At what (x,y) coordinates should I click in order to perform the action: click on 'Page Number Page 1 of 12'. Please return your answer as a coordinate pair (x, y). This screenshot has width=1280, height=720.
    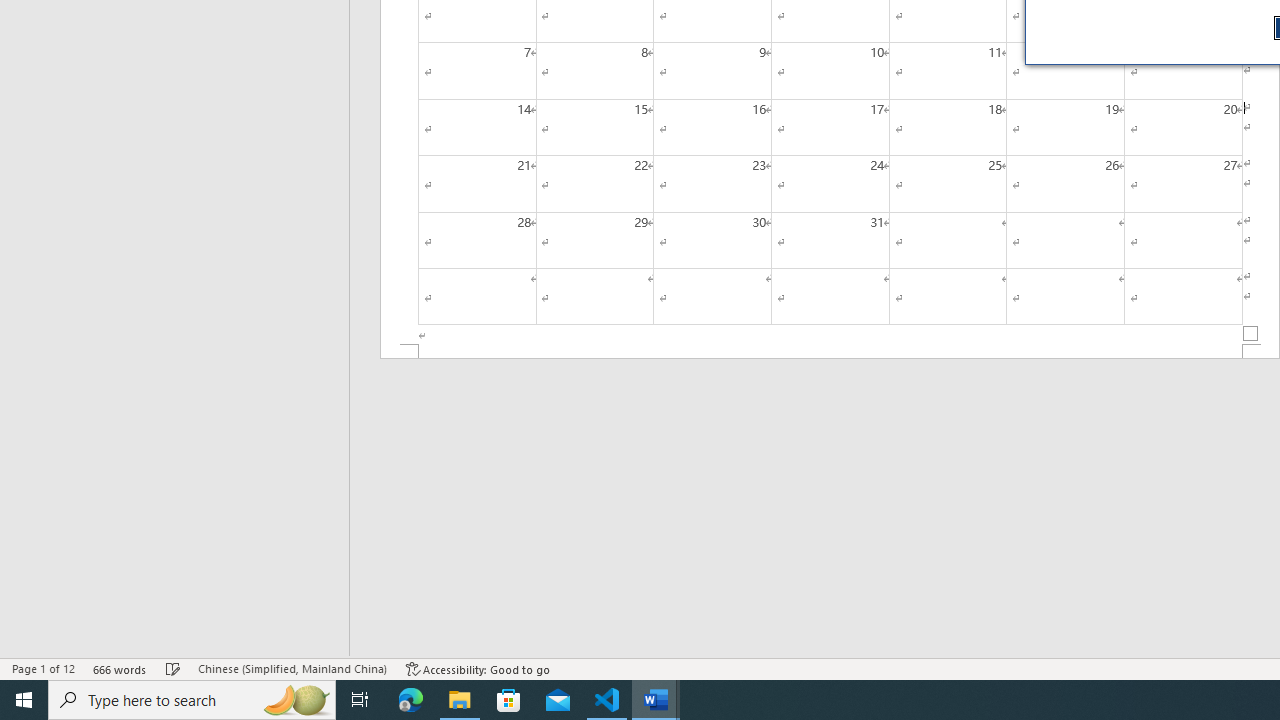
    Looking at the image, I should click on (43, 669).